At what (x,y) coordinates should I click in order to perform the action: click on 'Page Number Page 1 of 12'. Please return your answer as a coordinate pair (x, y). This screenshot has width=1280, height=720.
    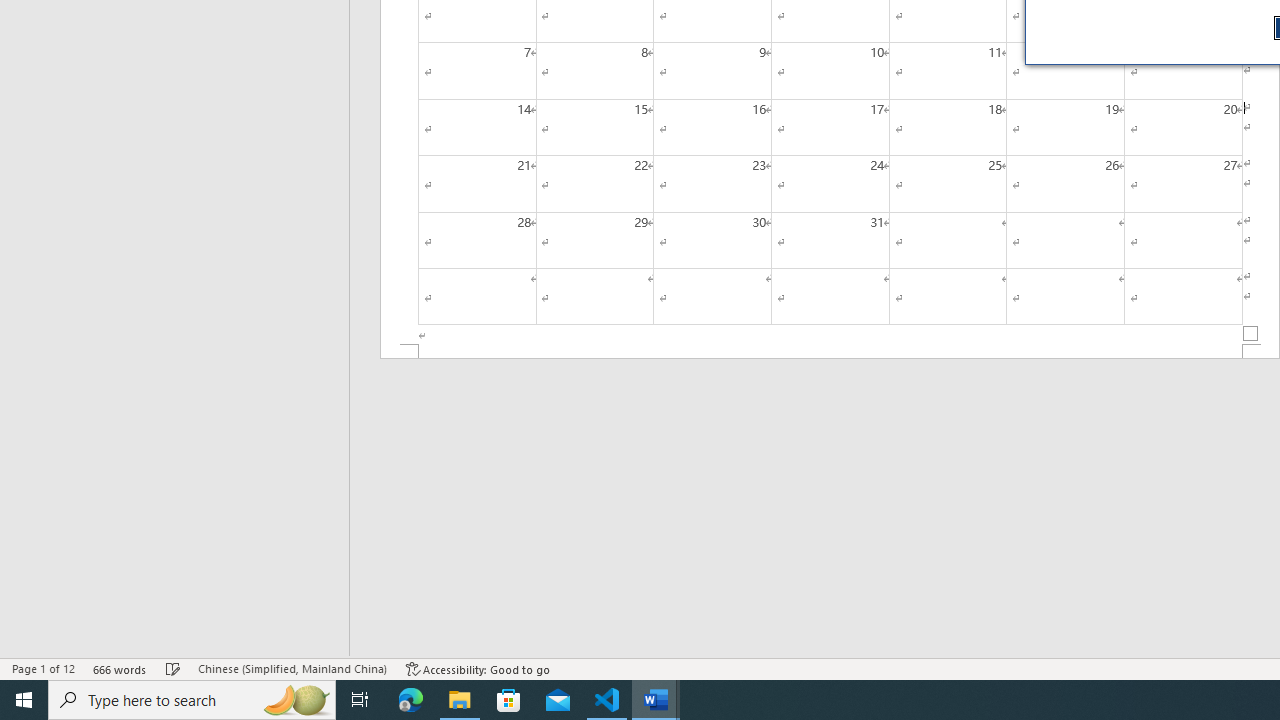
    Looking at the image, I should click on (43, 669).